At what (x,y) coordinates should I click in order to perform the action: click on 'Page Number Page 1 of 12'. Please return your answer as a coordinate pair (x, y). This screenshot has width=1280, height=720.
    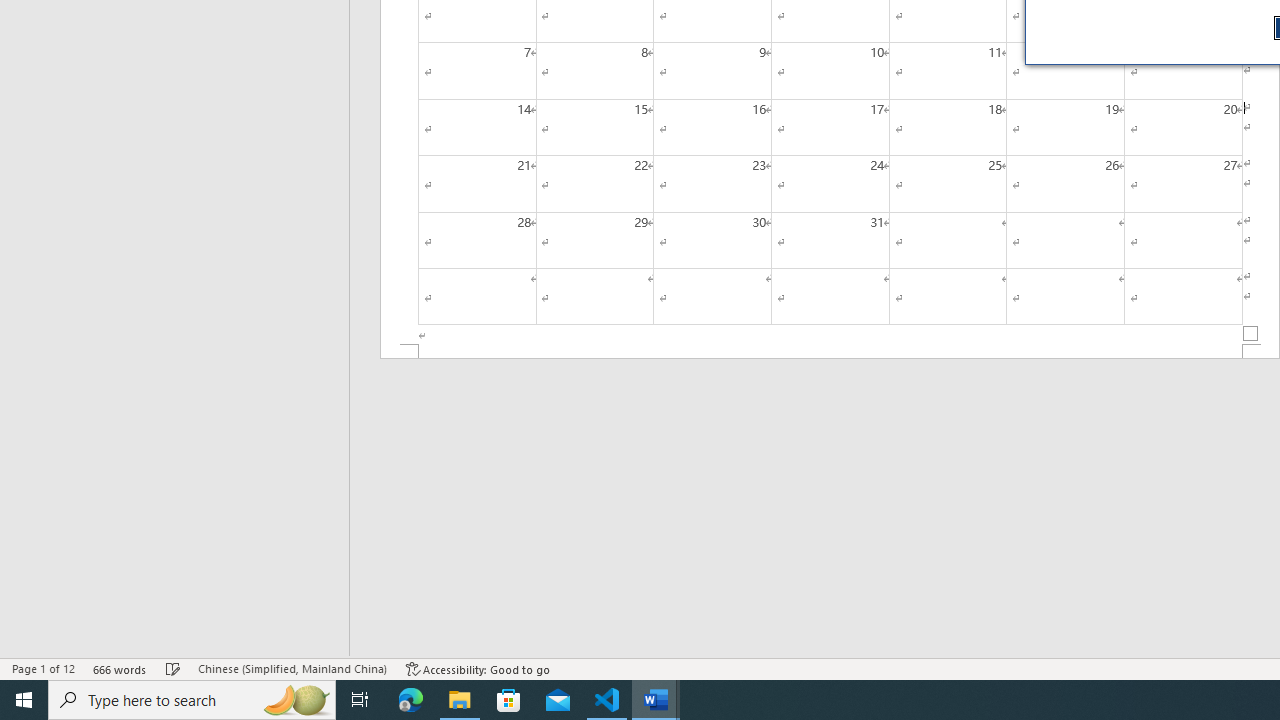
    Looking at the image, I should click on (43, 669).